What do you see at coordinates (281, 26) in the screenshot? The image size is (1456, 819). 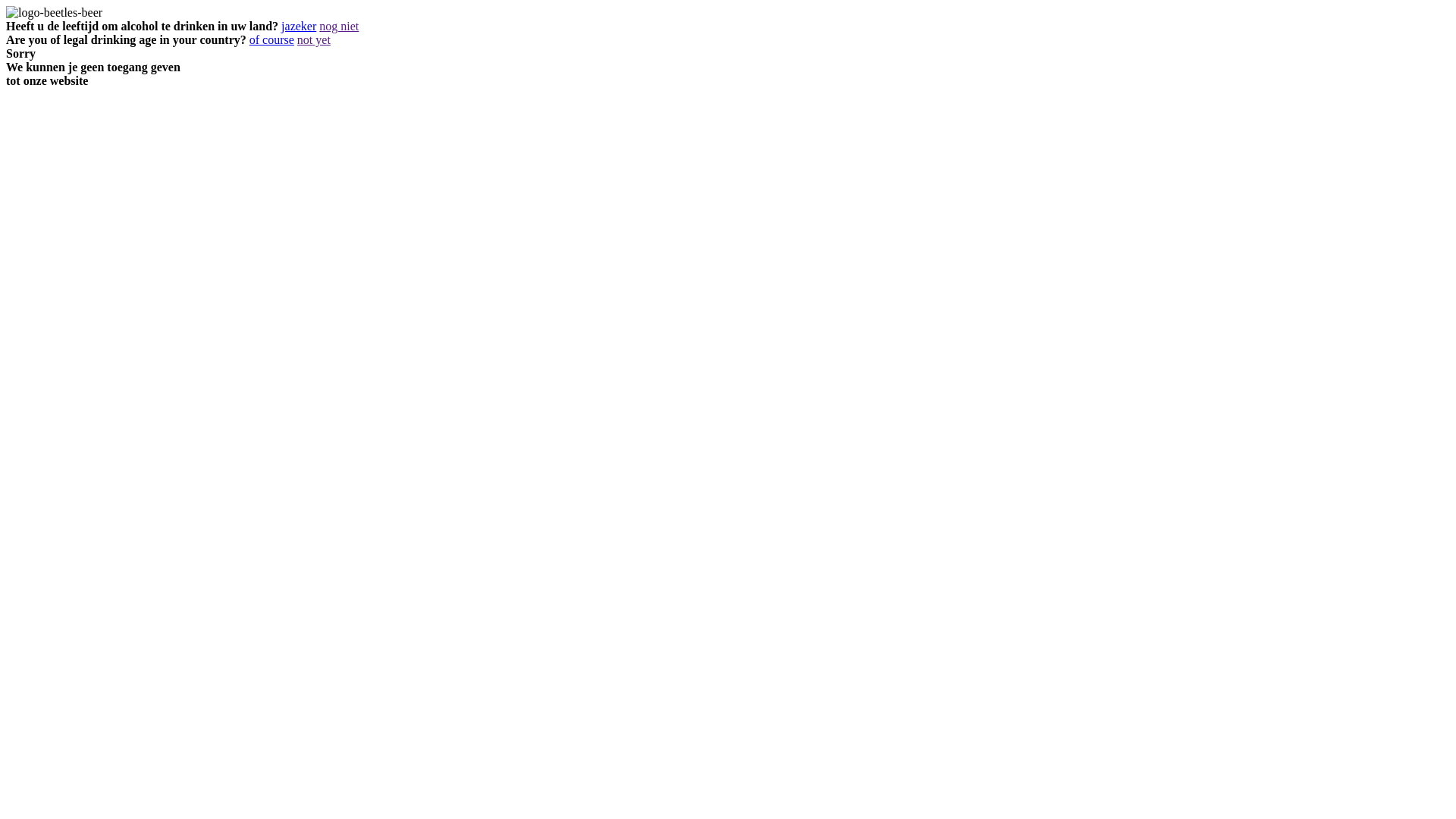 I see `'jazeker'` at bounding box center [281, 26].